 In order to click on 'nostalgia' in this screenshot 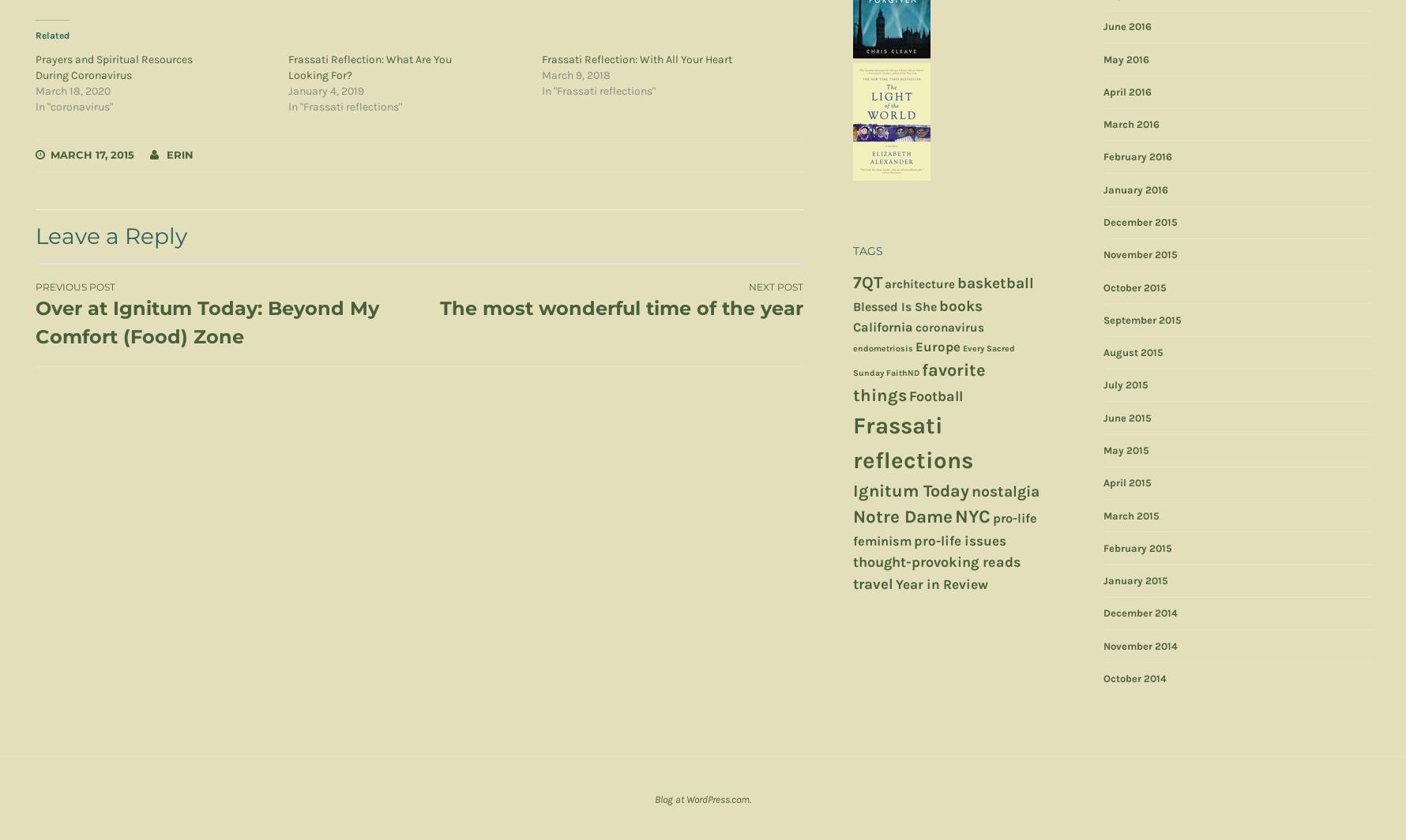, I will do `click(1005, 490)`.